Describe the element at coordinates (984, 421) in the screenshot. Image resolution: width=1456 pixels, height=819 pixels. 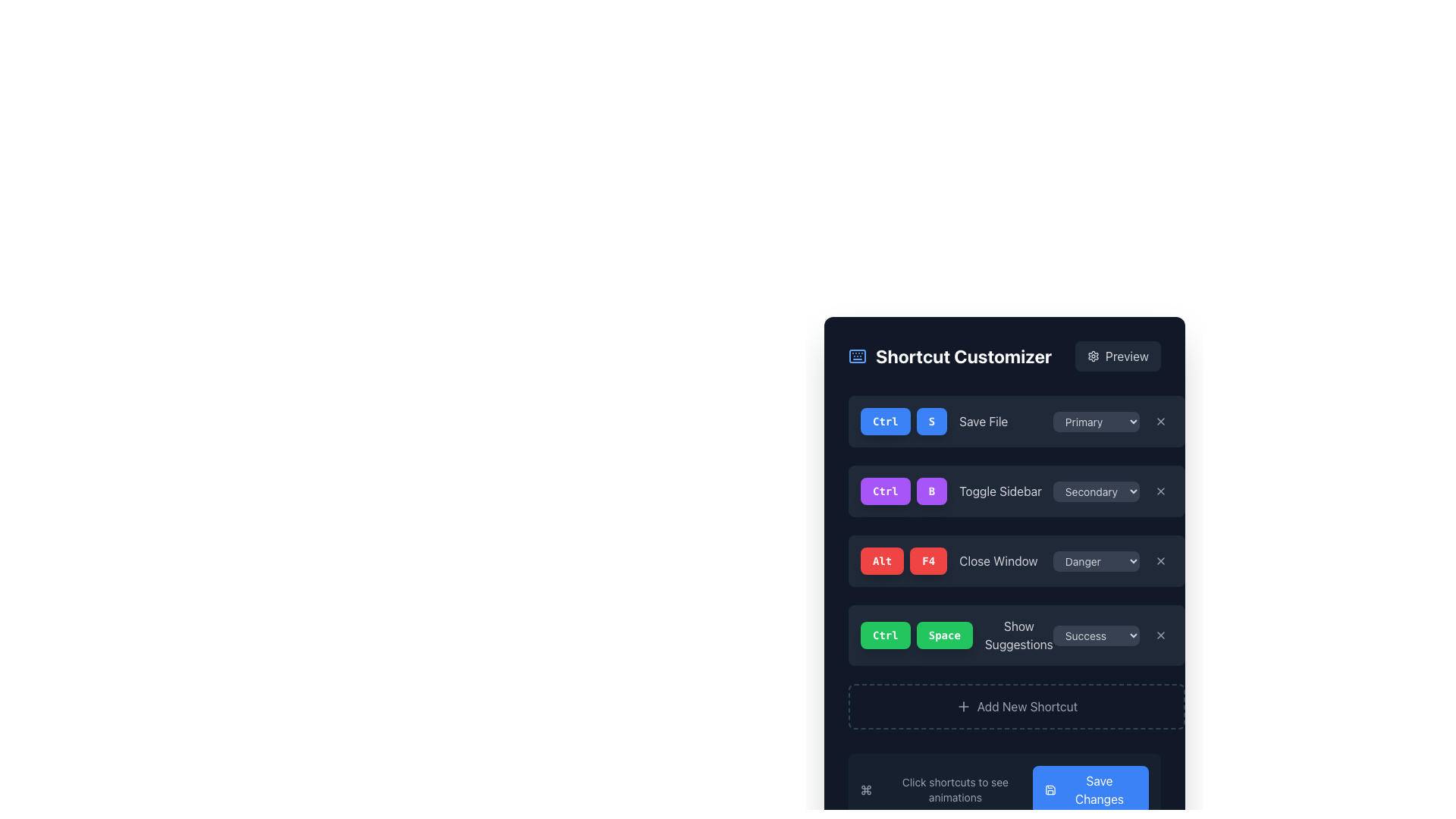
I see `the text element that describes the shortcut combination 'Ctrl + S', which is located to the right of the blue button labeled 'S'` at that location.